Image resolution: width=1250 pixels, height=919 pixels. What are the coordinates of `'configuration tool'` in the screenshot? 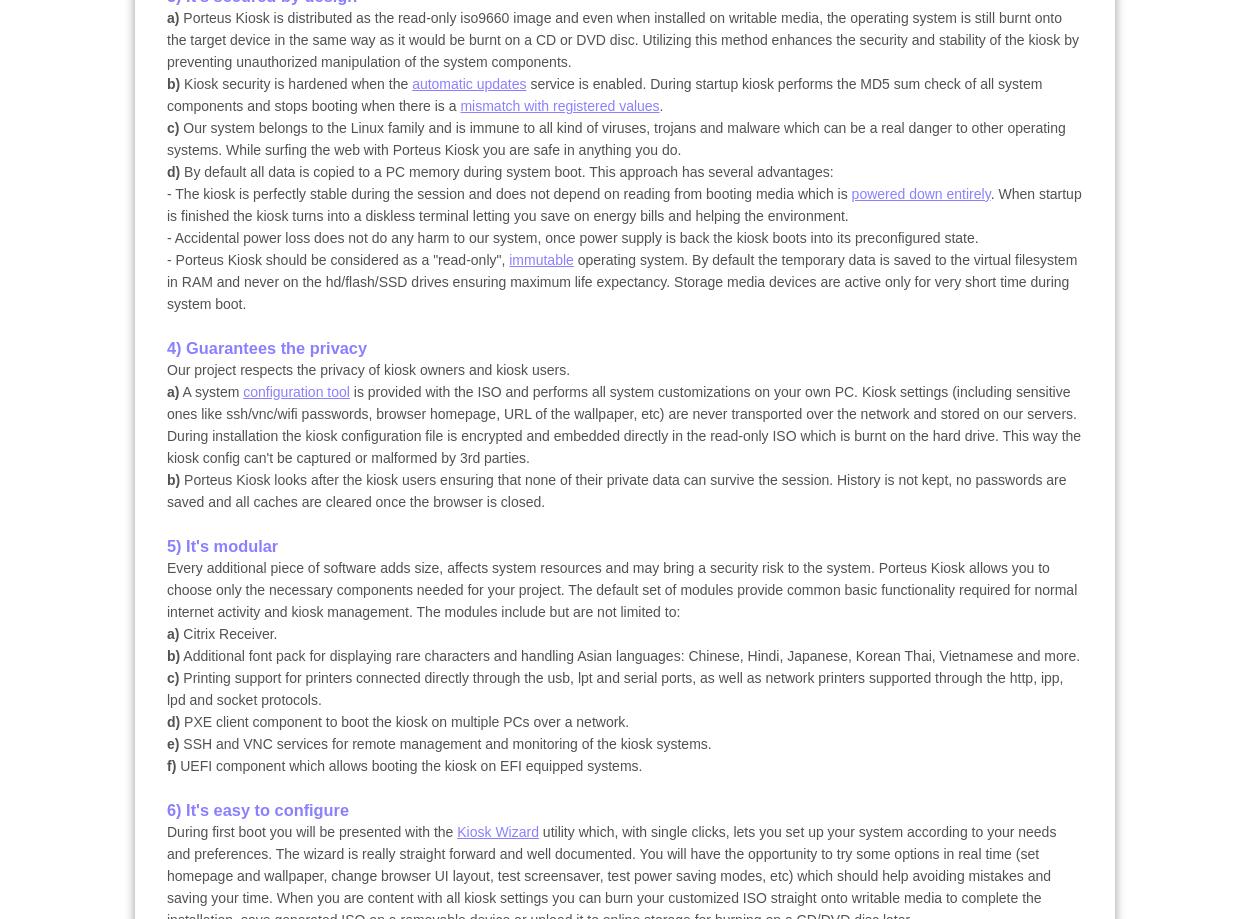 It's located at (296, 392).